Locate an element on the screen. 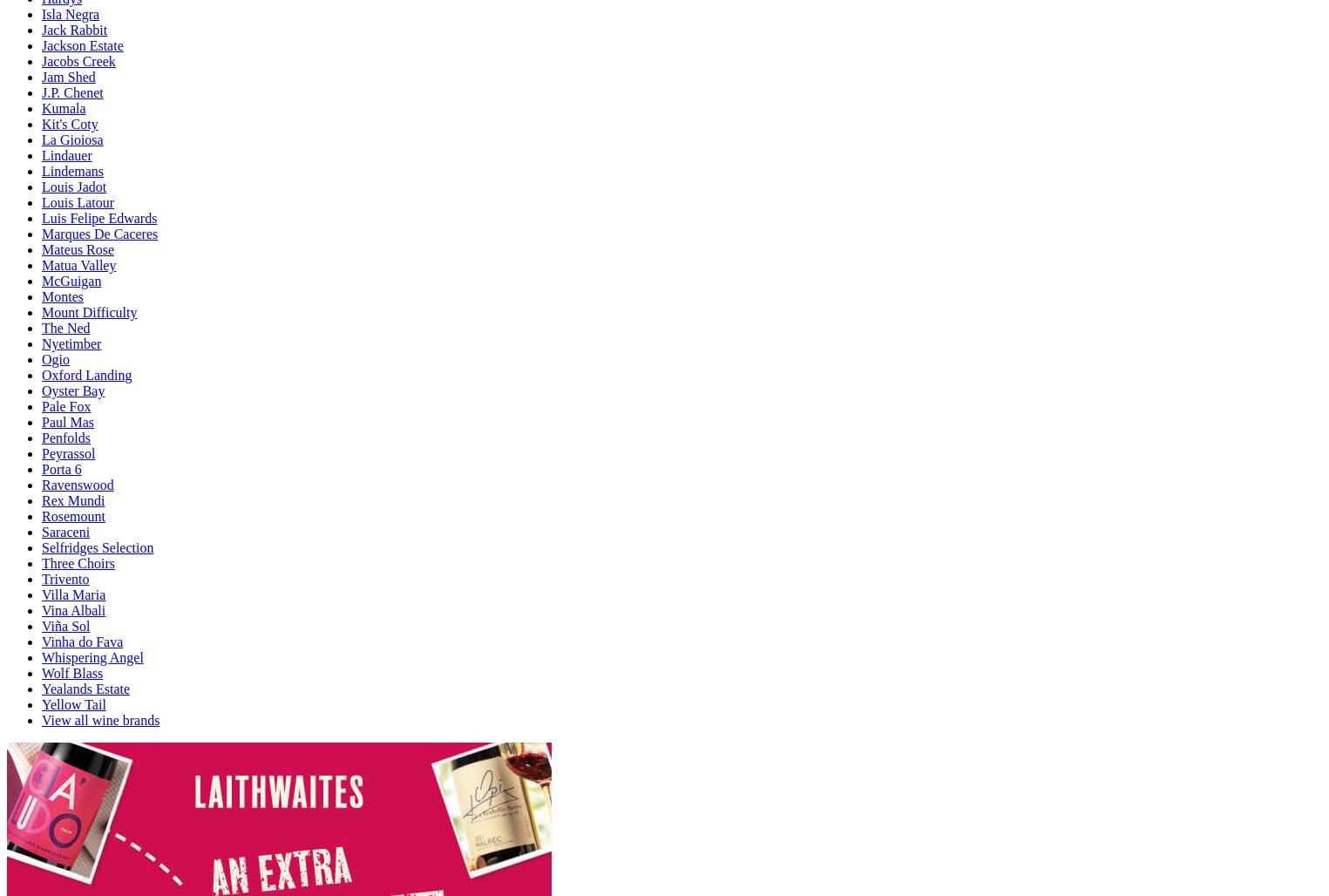  'Kit's Coty' is located at coordinates (41, 123).